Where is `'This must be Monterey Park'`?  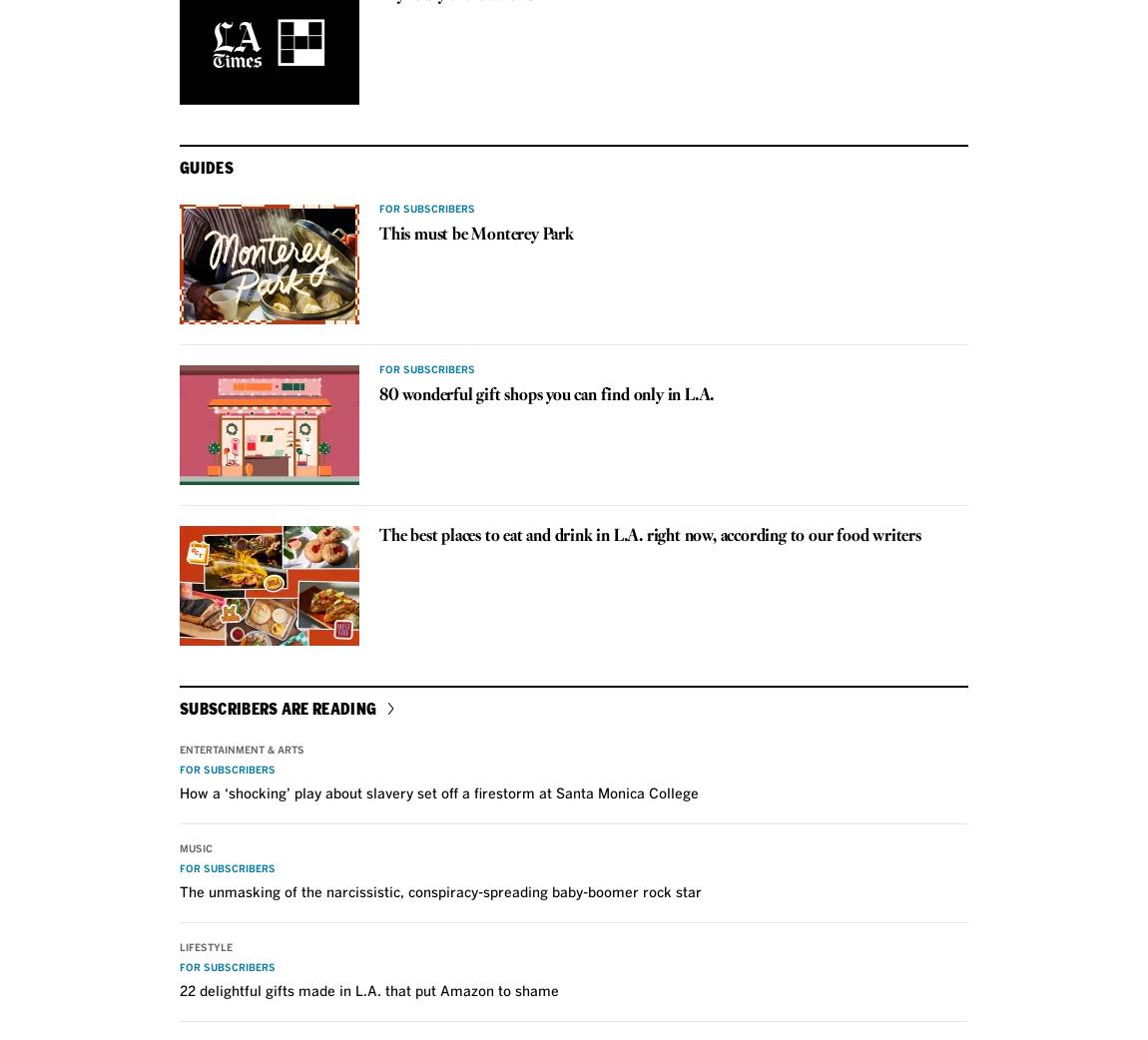 'This must be Monterey Park' is located at coordinates (378, 233).